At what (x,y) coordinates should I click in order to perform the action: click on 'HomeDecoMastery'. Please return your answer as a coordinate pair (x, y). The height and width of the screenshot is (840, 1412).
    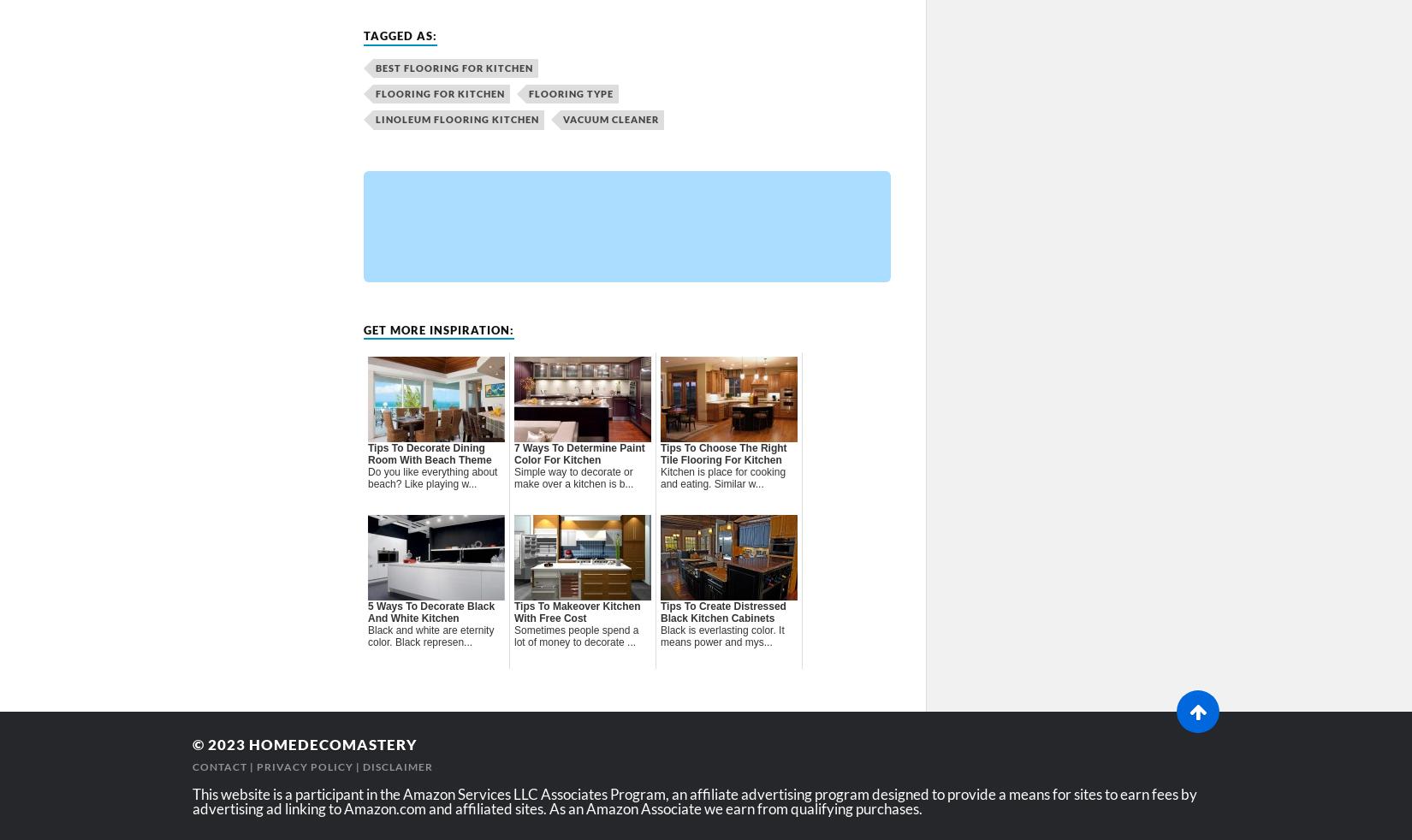
    Looking at the image, I should click on (249, 744).